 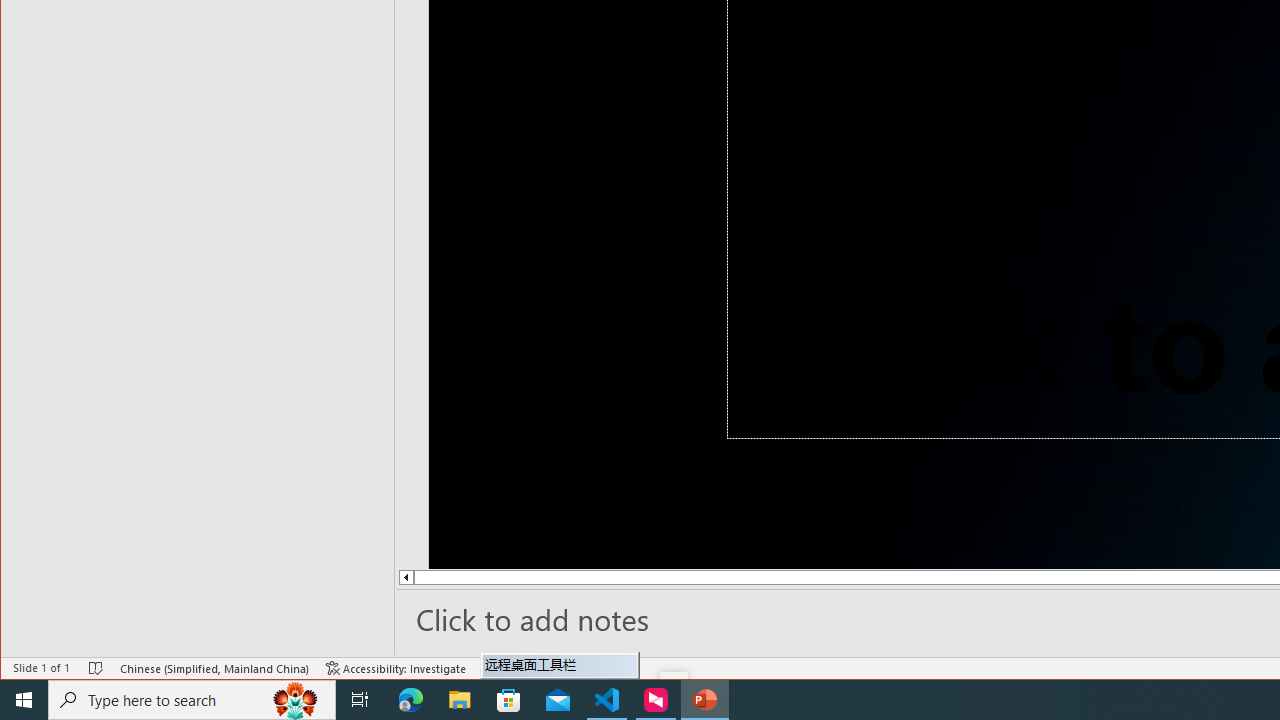 I want to click on 'Accessibility Checker Accessibility: Investigate', so click(x=396, y=668).